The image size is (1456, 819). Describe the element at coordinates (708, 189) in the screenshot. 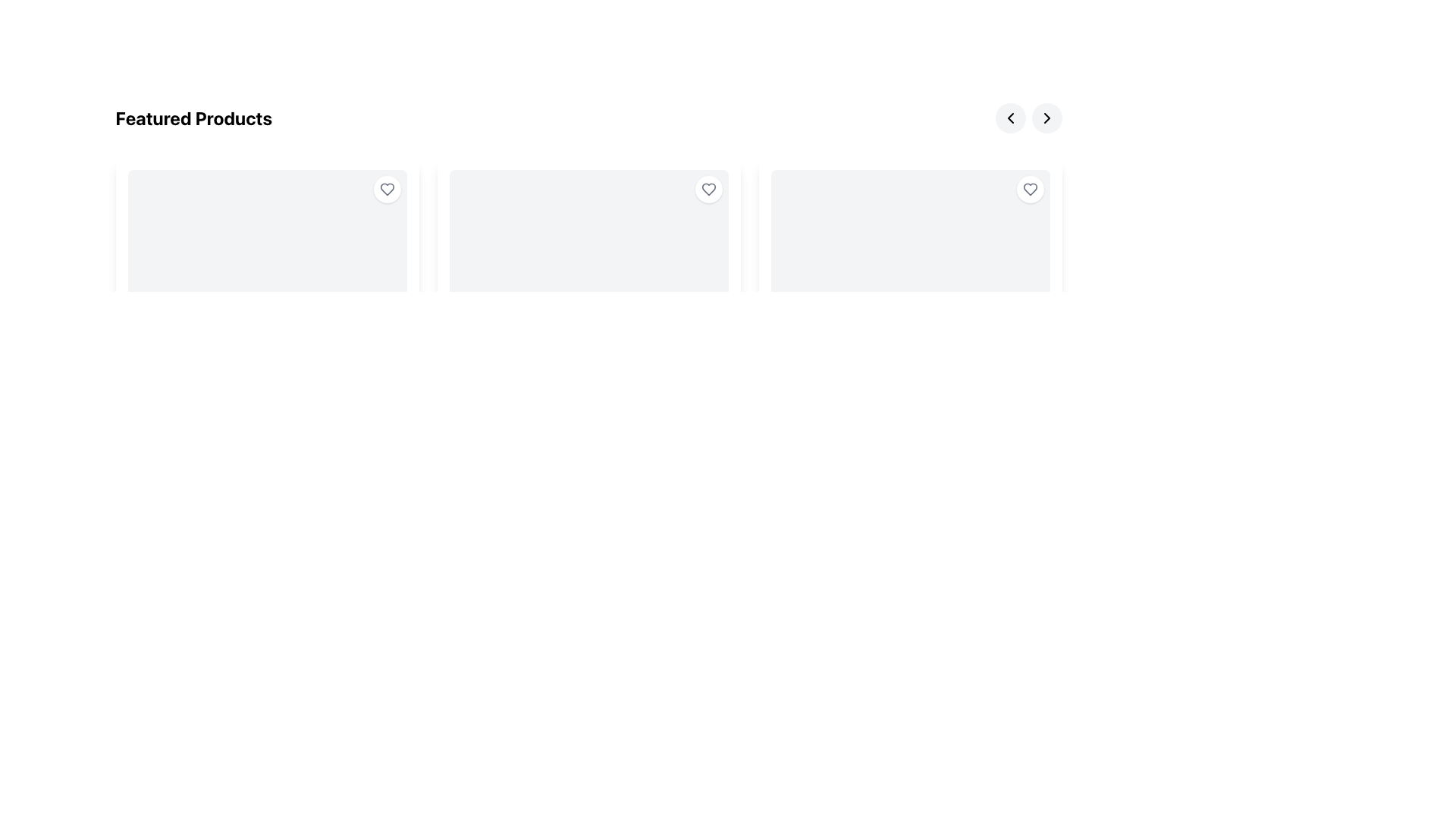

I see `the heart icon button located at the top-right corner of the second card in the horizontally aligned list` at that location.